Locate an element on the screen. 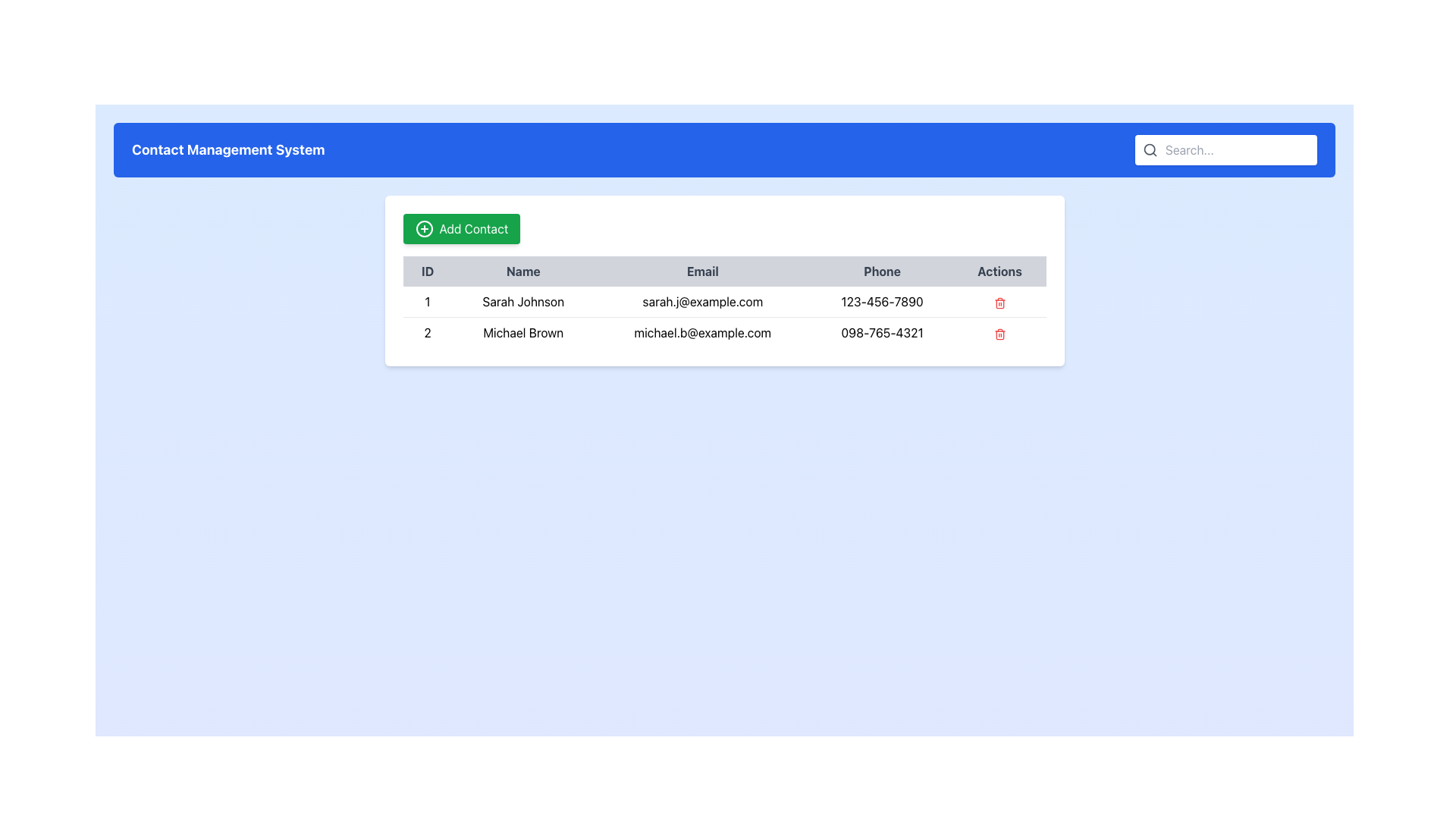  the button located in the card section at the top-left corner to initiate adding a new contact is located at coordinates (460, 228).